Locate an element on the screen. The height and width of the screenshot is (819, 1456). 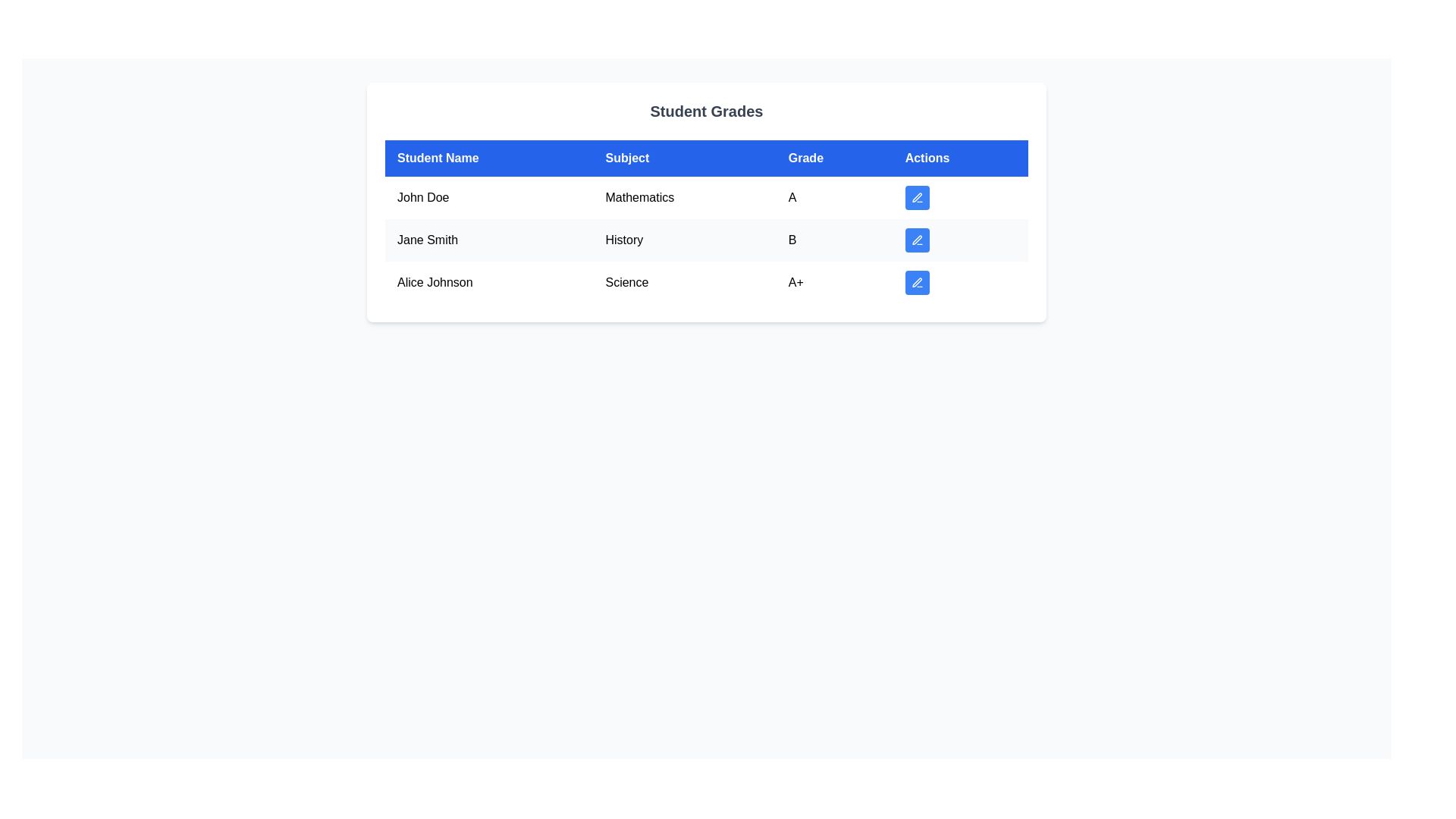
the second row in the 'Student Grades' table is located at coordinates (705, 239).